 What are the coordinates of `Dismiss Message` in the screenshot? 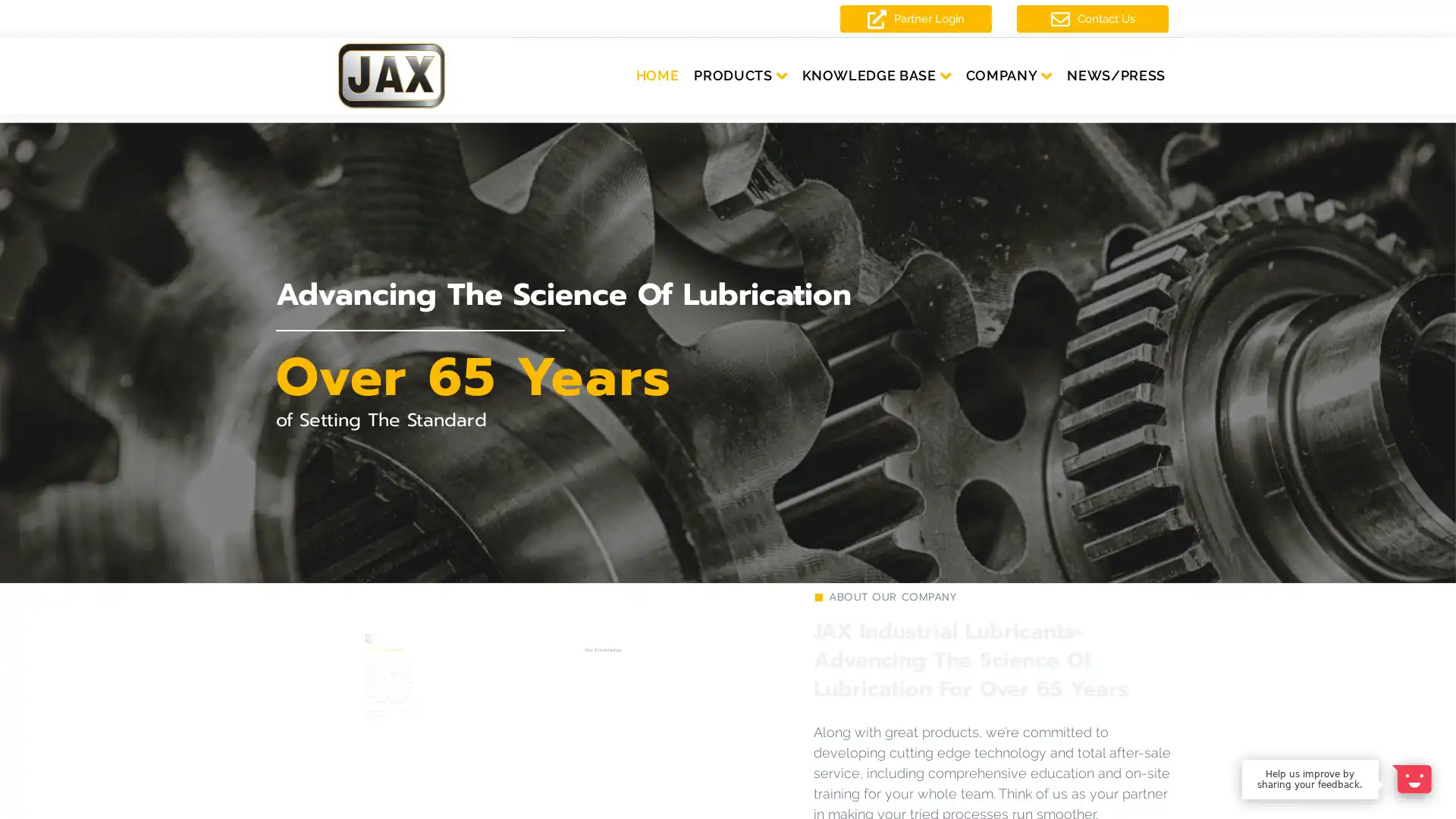 It's located at (1376, 761).